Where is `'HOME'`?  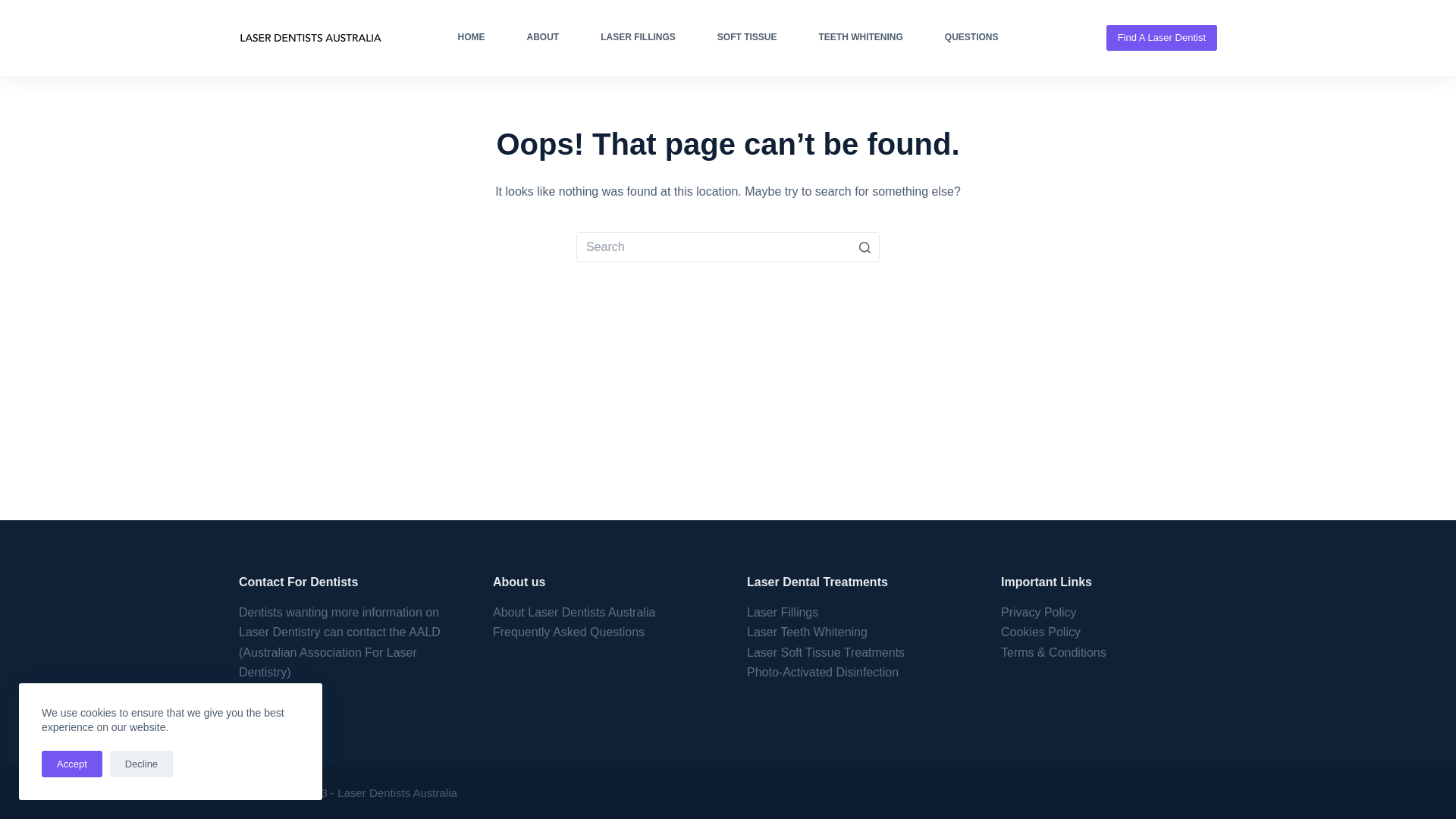
'HOME' is located at coordinates (470, 37).